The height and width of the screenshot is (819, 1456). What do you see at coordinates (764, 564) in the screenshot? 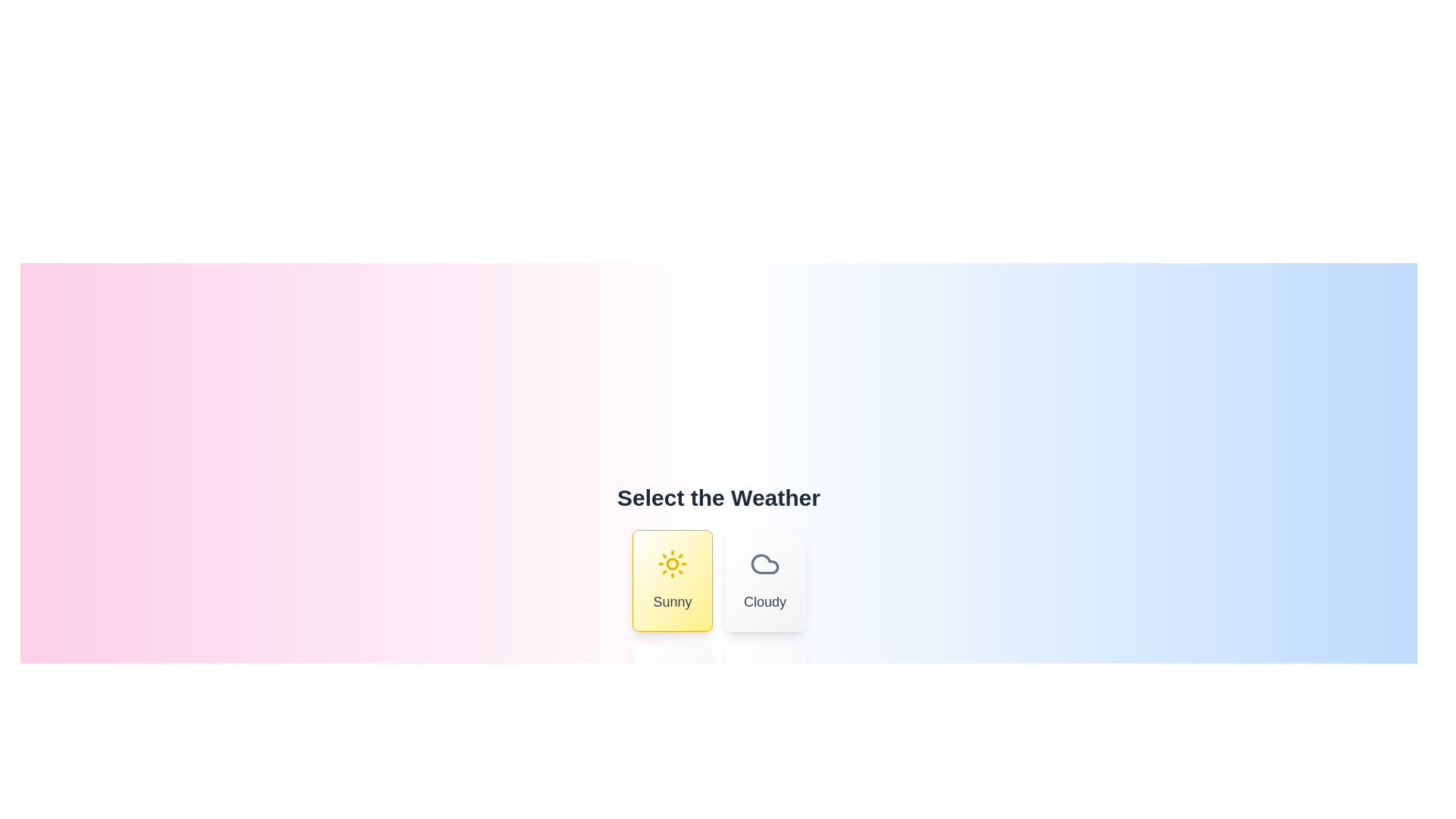
I see `the 'Cloudy' weather icon located in the second card of the weather selection interface` at bounding box center [764, 564].